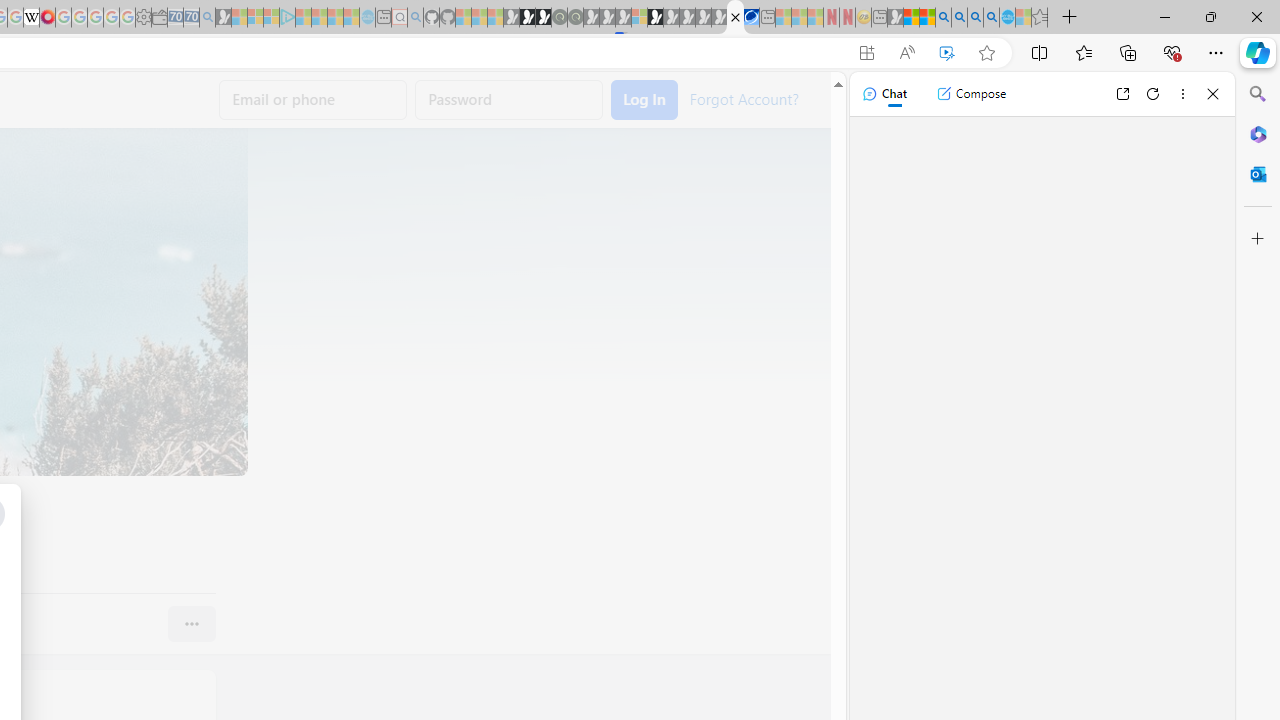 This screenshot has height=720, width=1280. I want to click on 'Password', so click(509, 100).